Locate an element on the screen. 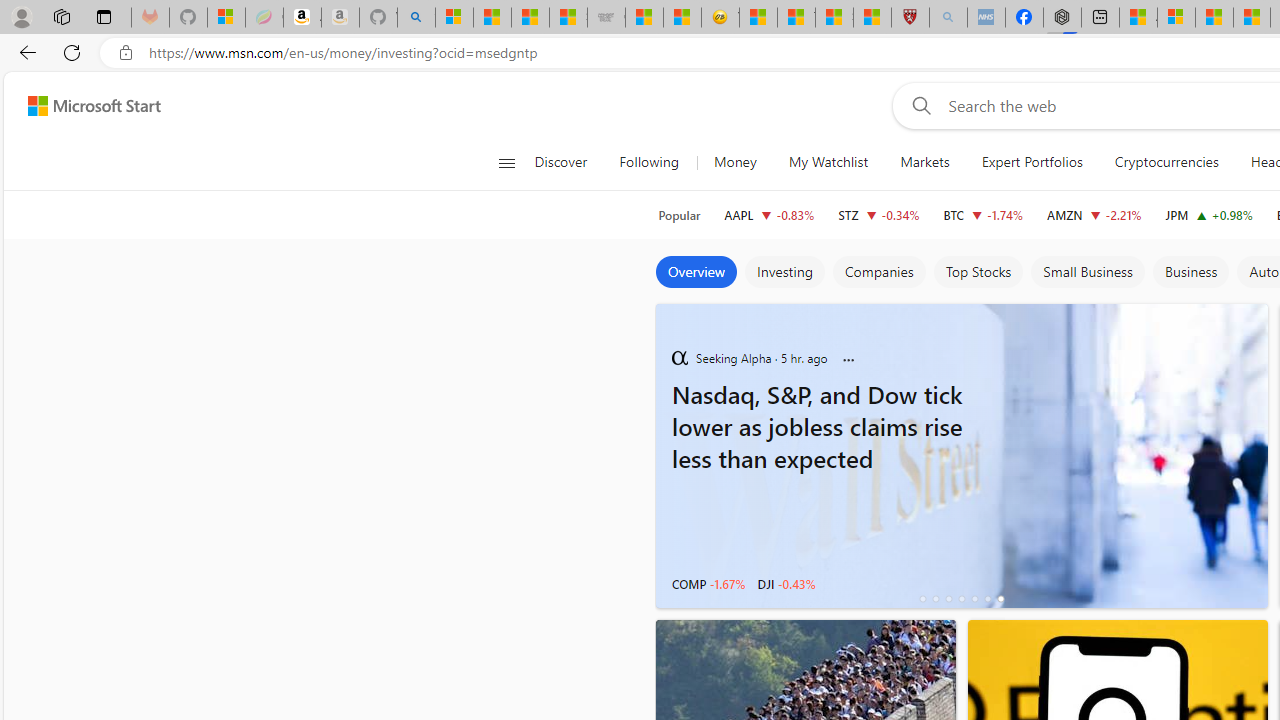 The height and width of the screenshot is (720, 1280). 'Microsoft-Report a Concern to Bing' is located at coordinates (225, 17).